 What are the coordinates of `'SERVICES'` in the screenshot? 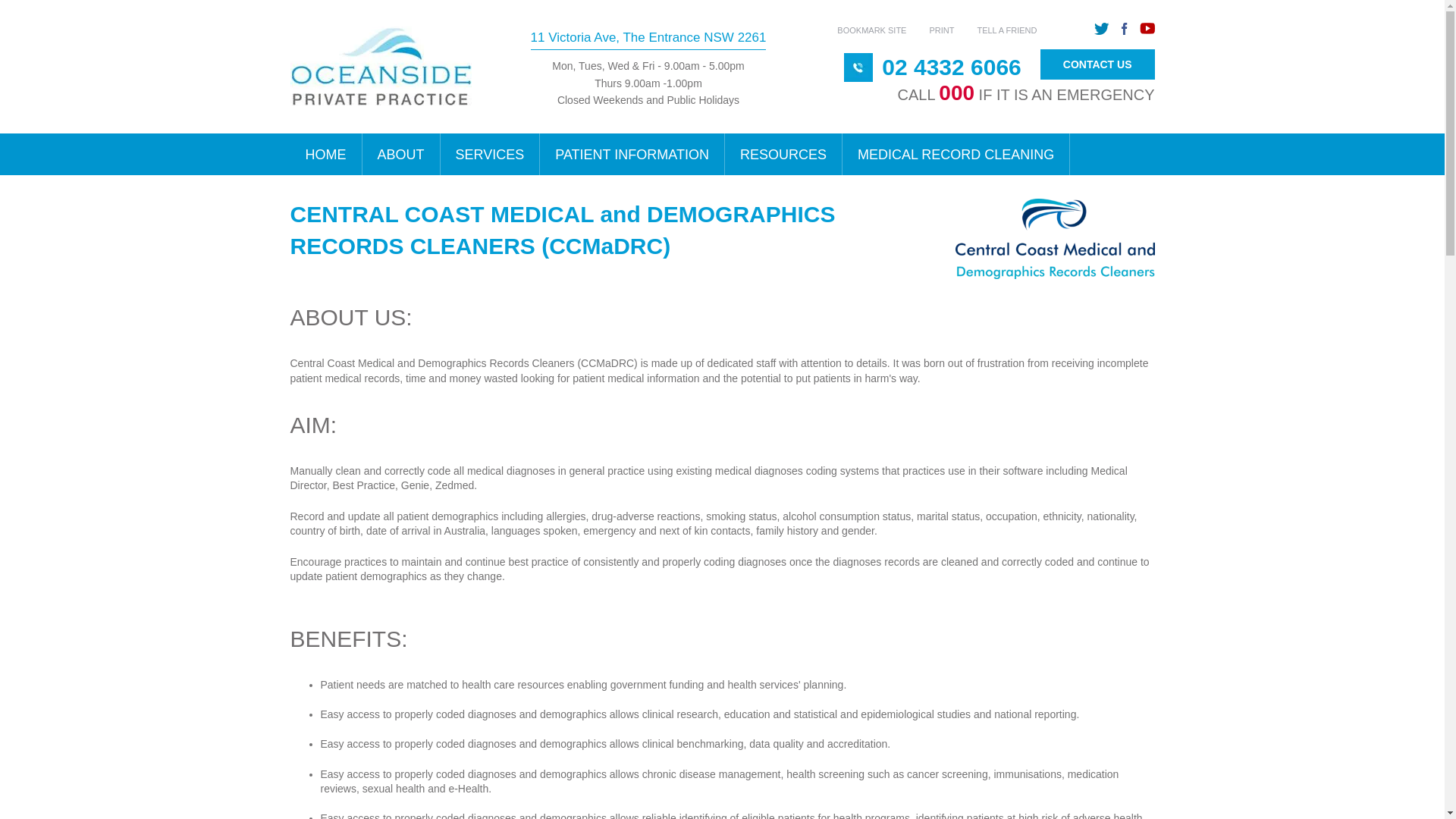 It's located at (439, 154).